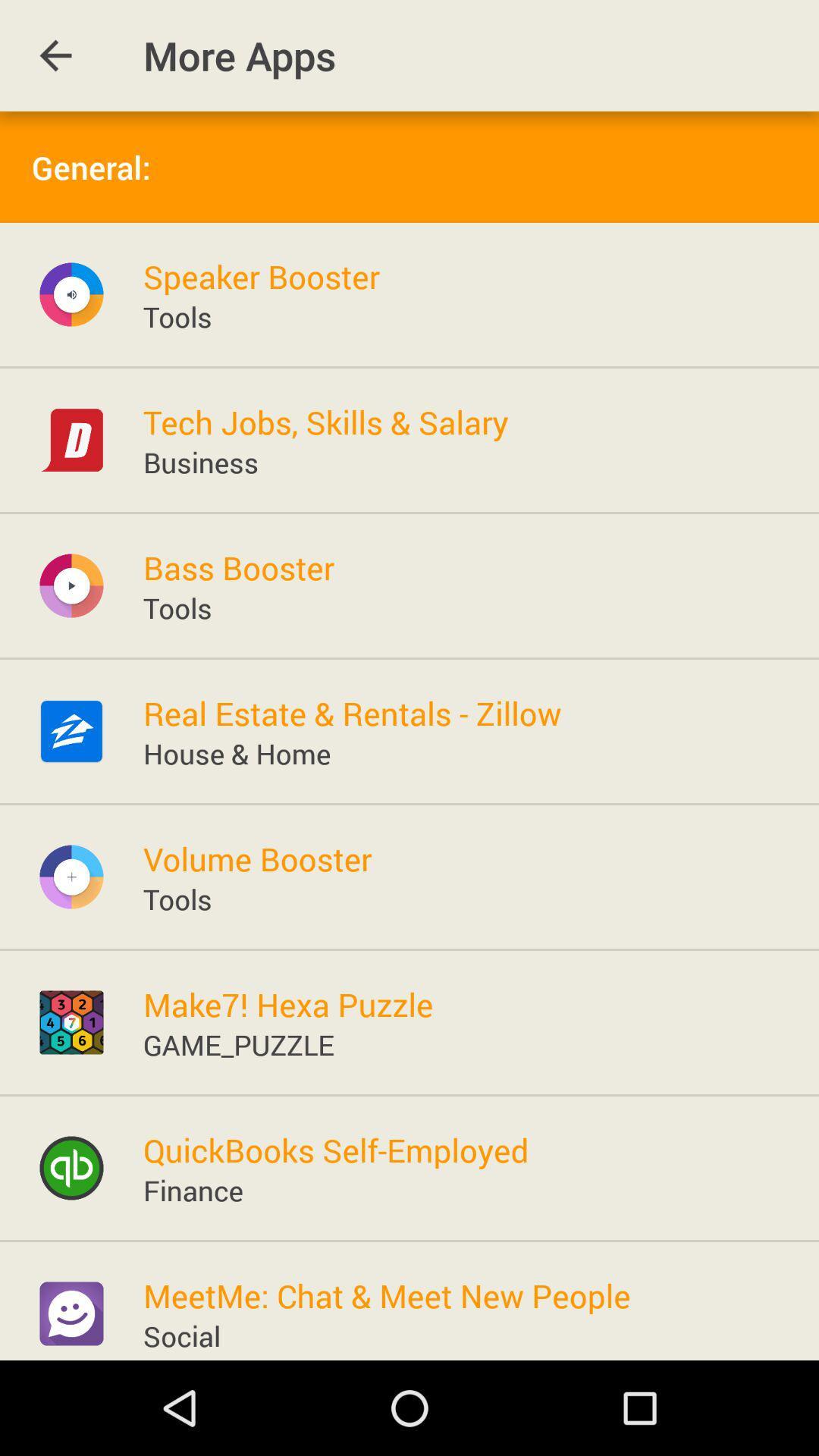 This screenshot has width=819, height=1456. I want to click on game_puzzle icon, so click(239, 1043).